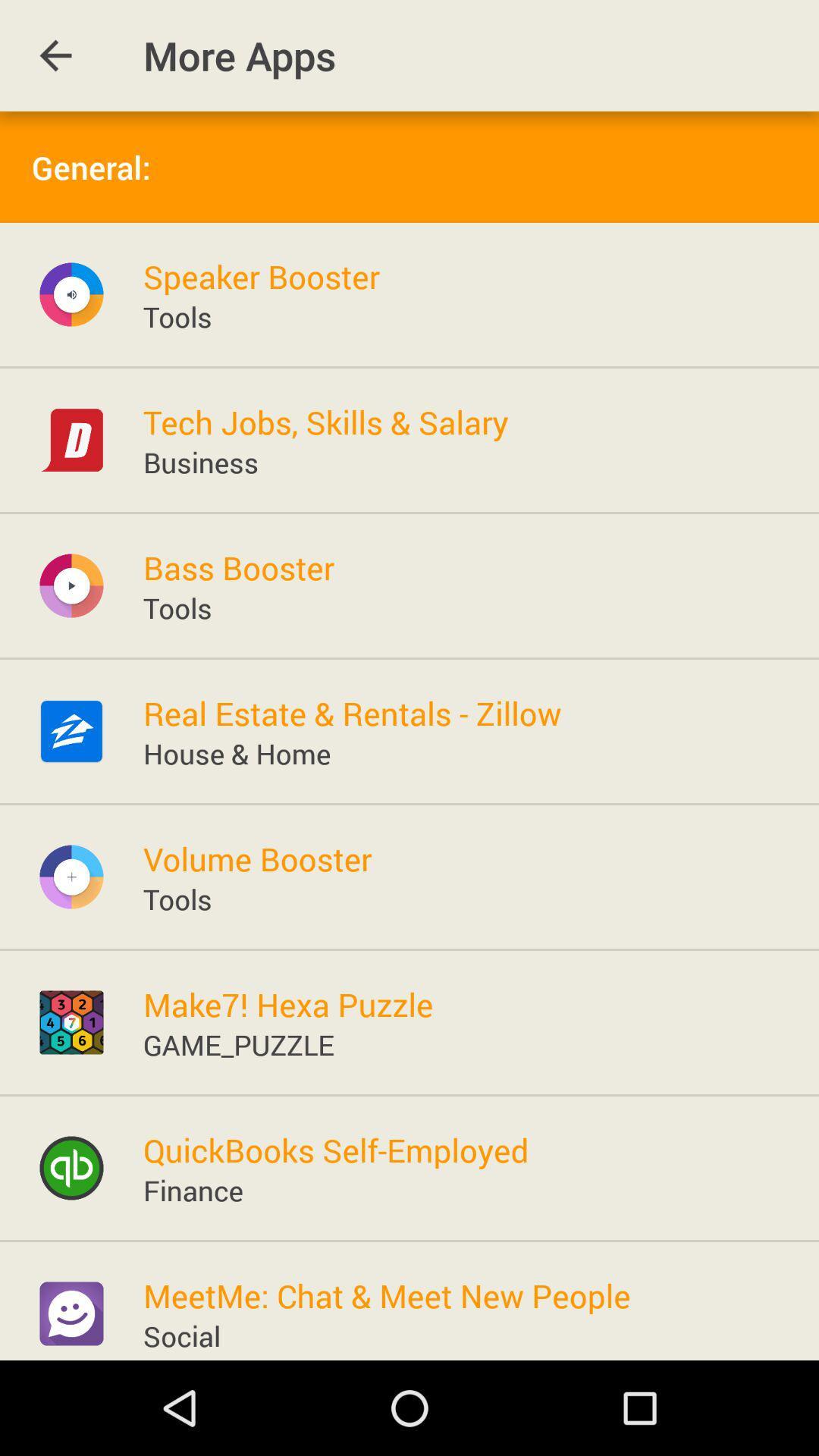 This screenshot has width=819, height=1456. I want to click on game_puzzle icon, so click(239, 1043).